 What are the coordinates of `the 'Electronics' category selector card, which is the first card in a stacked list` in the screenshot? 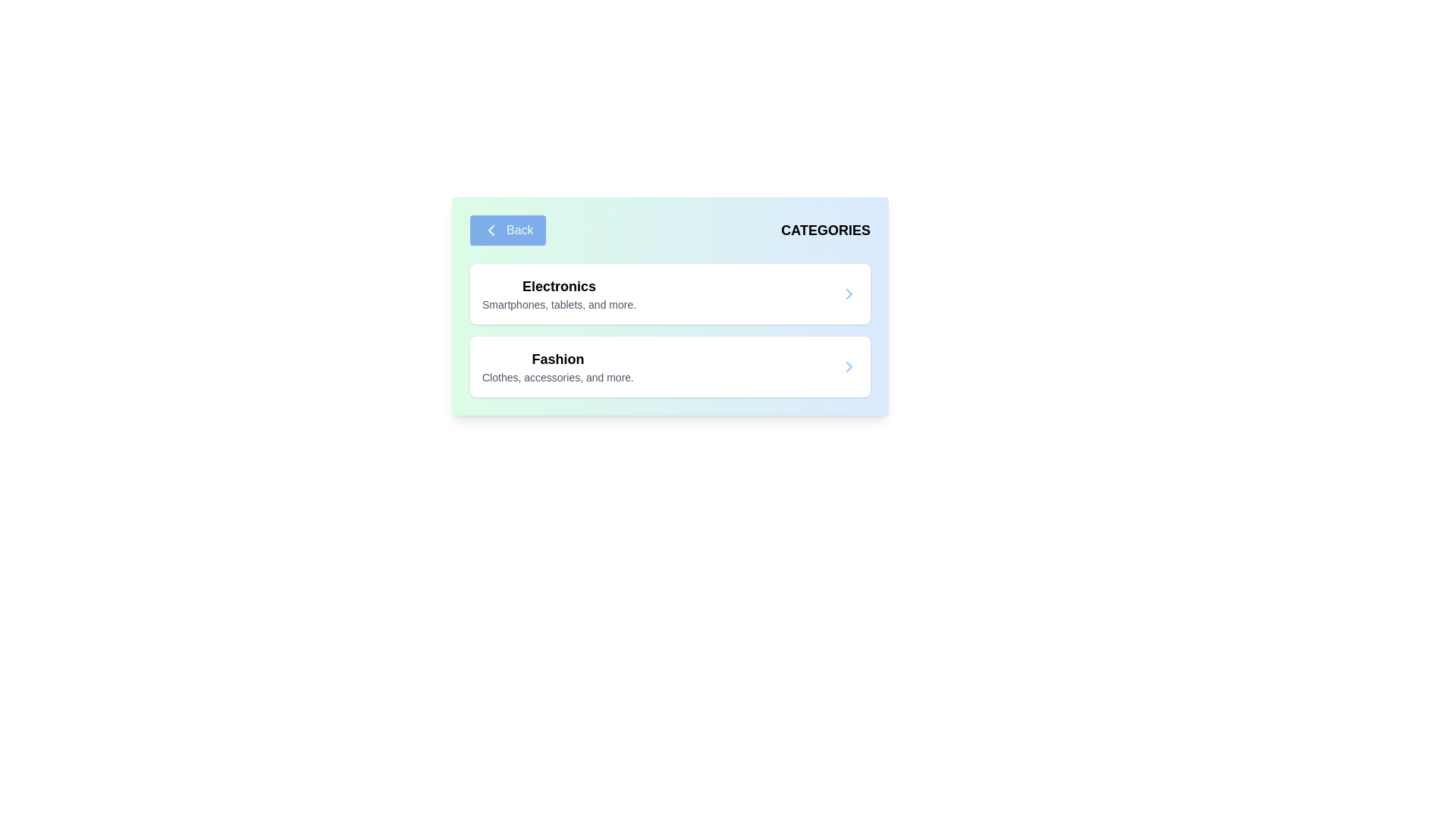 It's located at (669, 294).